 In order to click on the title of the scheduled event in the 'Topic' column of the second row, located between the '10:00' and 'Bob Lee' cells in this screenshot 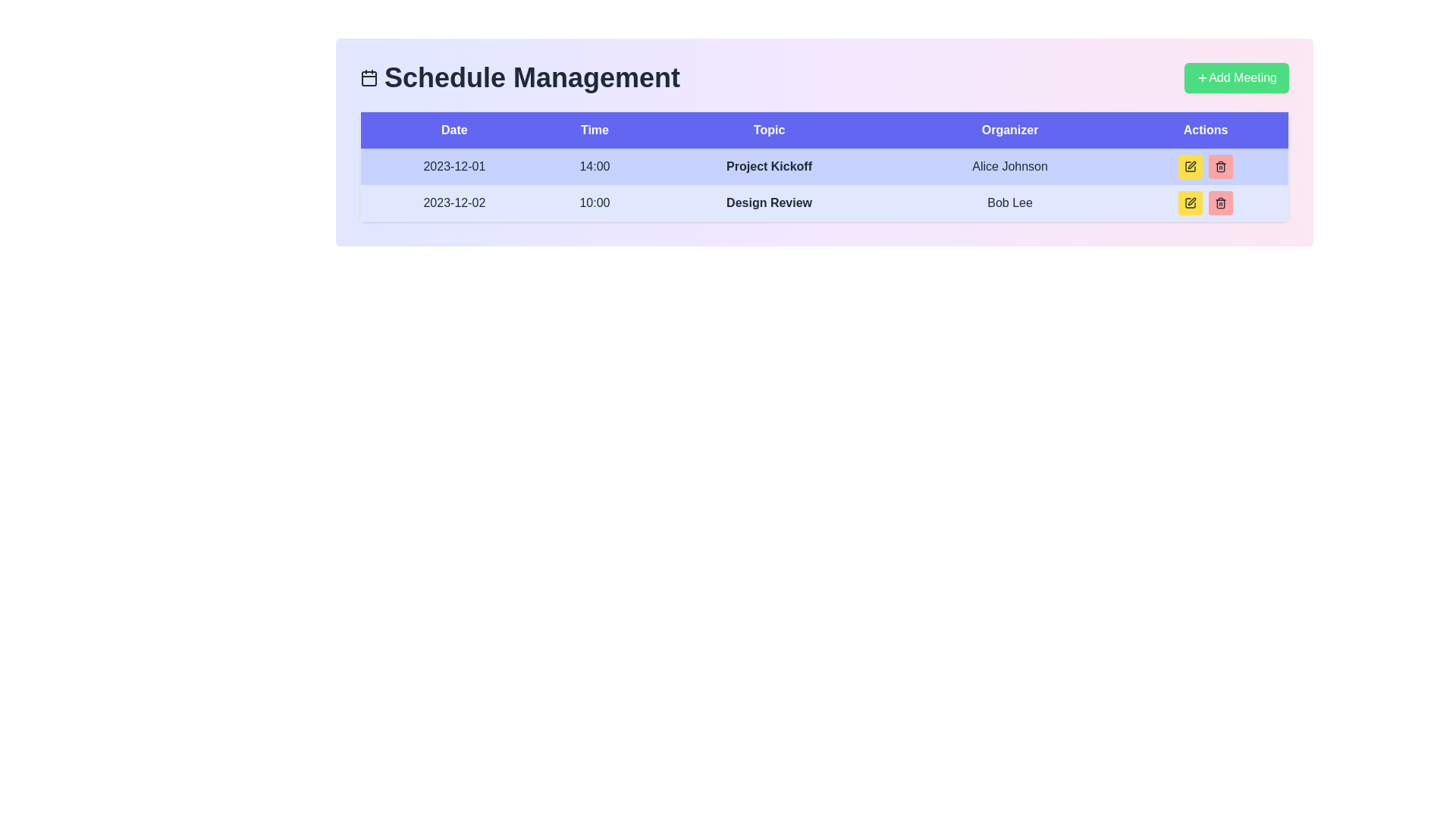, I will do `click(769, 202)`.